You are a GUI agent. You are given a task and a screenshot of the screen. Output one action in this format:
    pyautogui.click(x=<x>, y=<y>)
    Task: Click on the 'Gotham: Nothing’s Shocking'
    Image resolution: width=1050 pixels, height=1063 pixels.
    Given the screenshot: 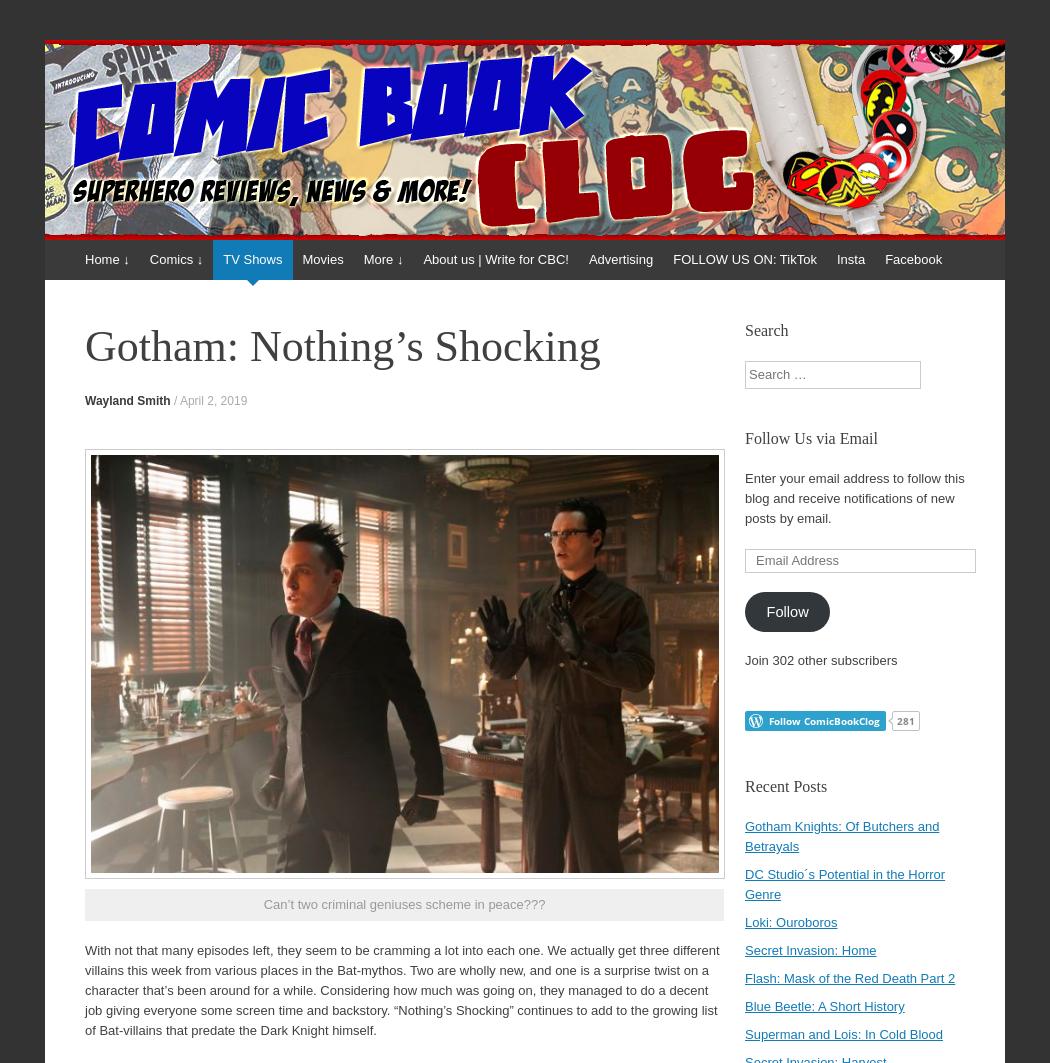 What is the action you would take?
    pyautogui.click(x=85, y=346)
    